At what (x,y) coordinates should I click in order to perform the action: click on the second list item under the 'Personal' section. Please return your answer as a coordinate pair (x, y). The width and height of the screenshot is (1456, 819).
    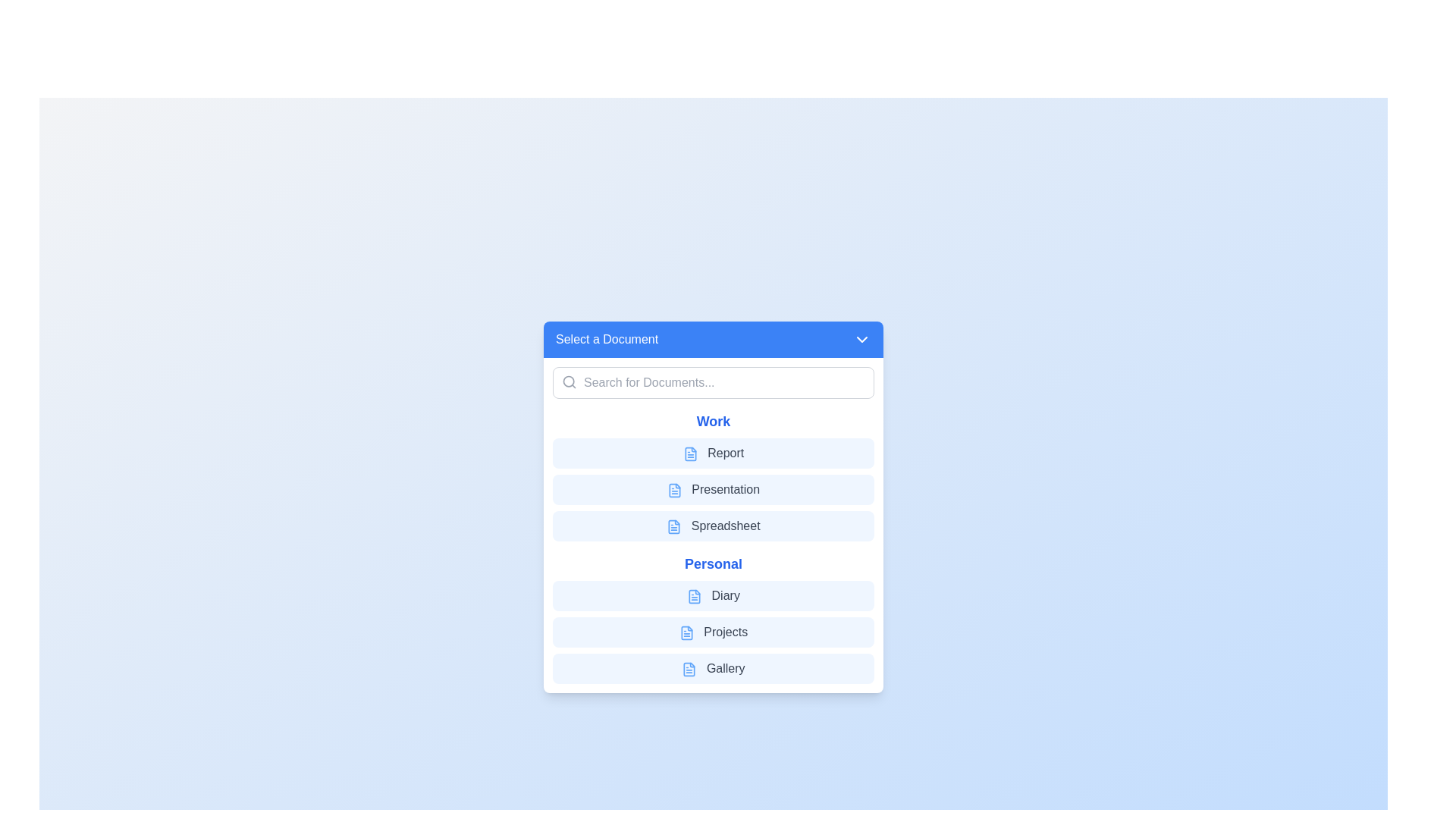
    Looking at the image, I should click on (712, 632).